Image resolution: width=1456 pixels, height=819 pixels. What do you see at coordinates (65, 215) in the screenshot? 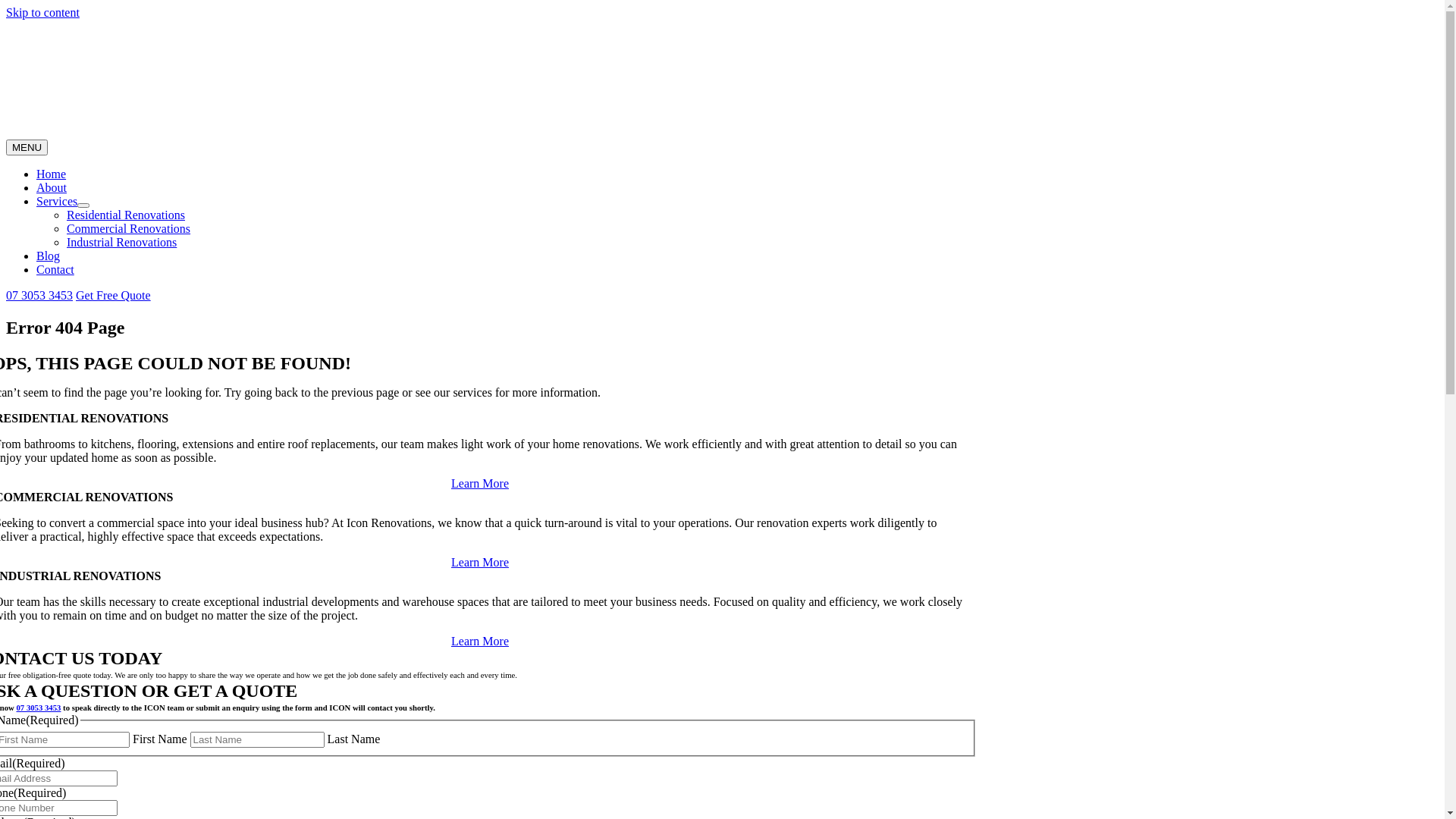
I see `'Residential Renovations'` at bounding box center [65, 215].